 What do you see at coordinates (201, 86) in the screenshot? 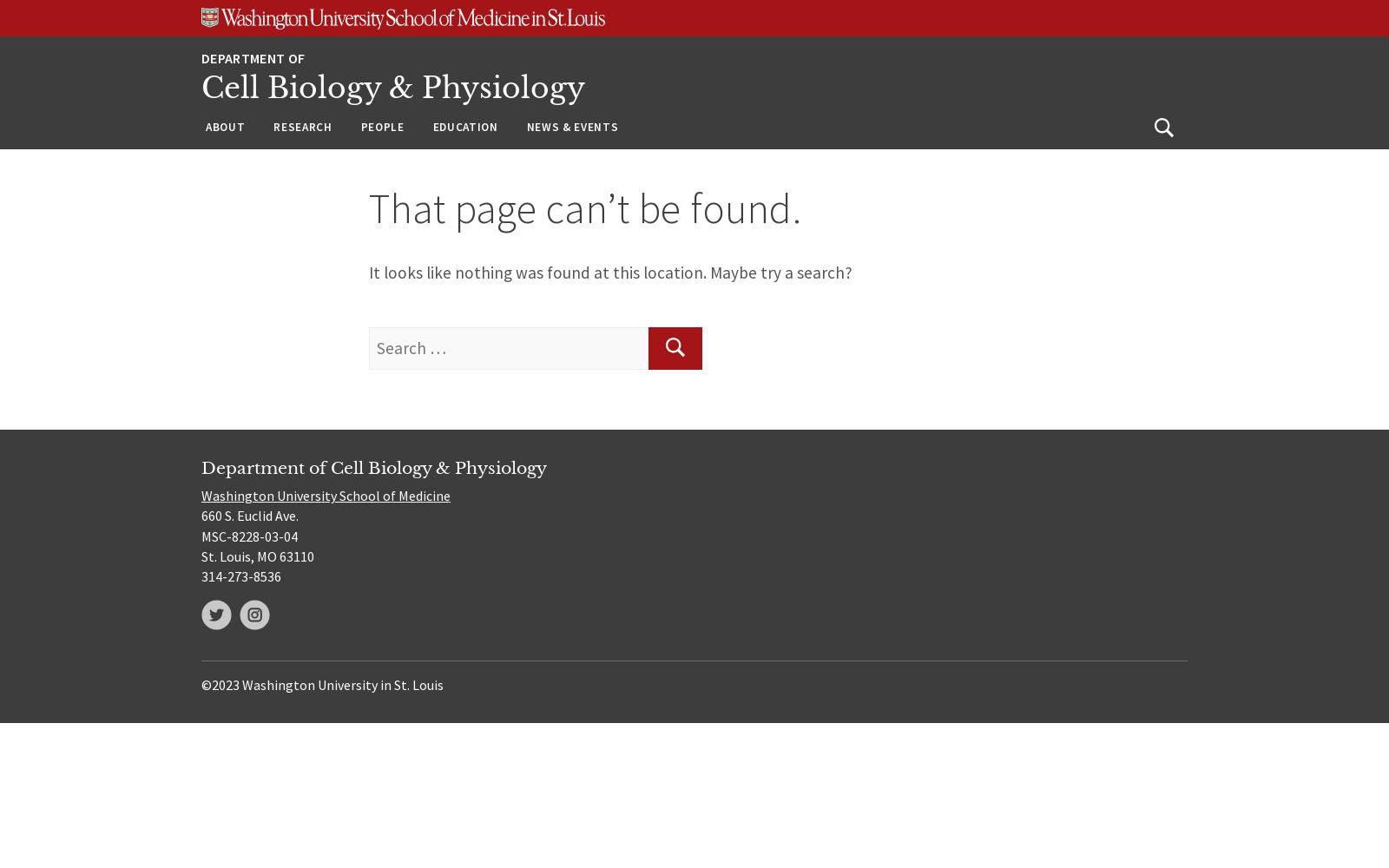
I see `'Cell Biology & Physiology'` at bounding box center [201, 86].